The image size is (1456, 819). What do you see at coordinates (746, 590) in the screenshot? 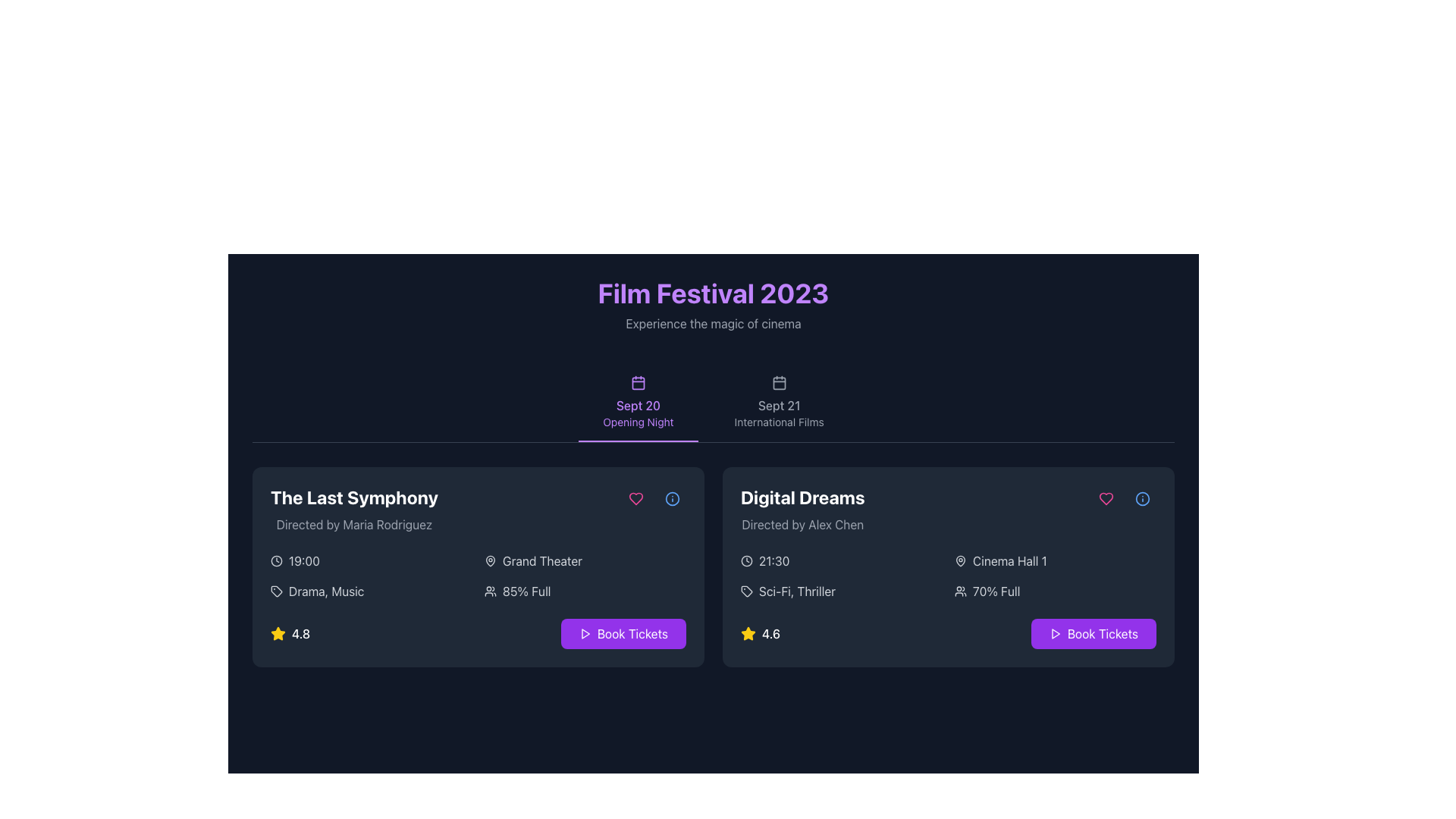
I see `the tag symbol icon with a gray stroke outline located near the text 'Sci-Fi, Thriller' in the metadata section for the movie 'Digital Dreams'` at bounding box center [746, 590].